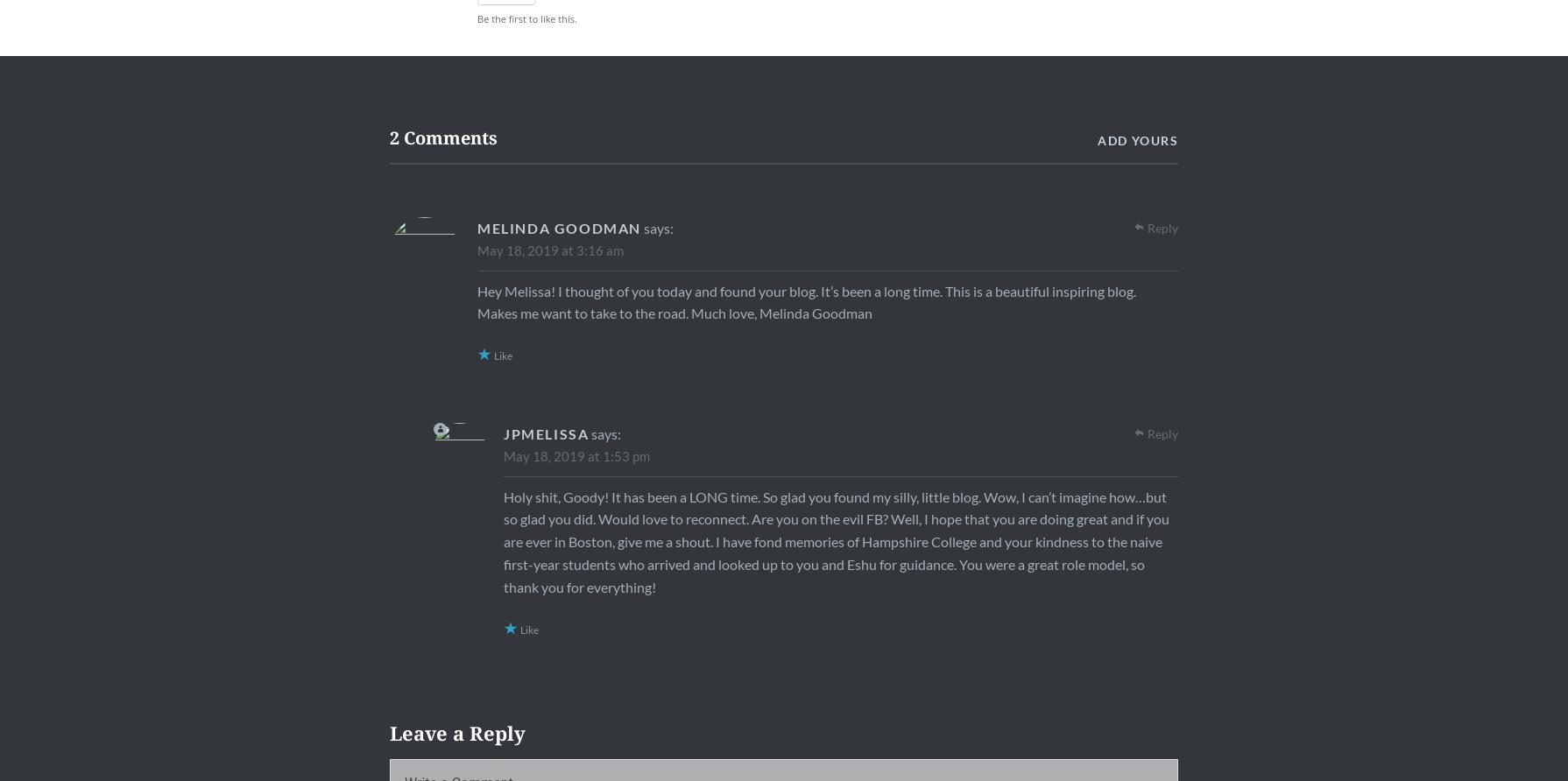 The width and height of the screenshot is (1568, 781). What do you see at coordinates (576, 456) in the screenshot?
I see `'May 18, 2019 at 1:53 pm'` at bounding box center [576, 456].